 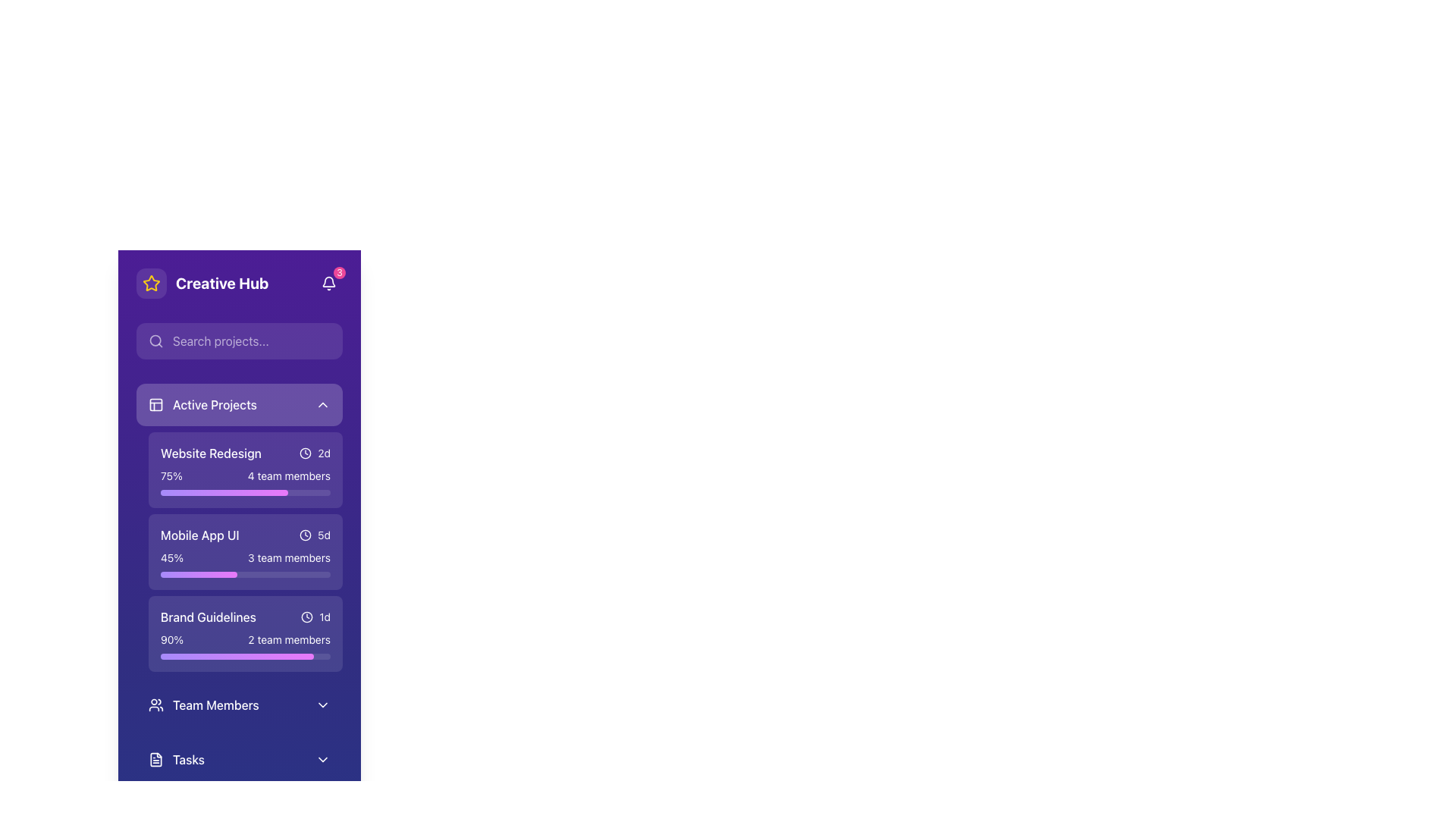 I want to click on the non-interactive label displaying information about the number of team members associated with the 'Mobile App UI' project, positioned to the right of the '45%' text within the 'Active Projects' section, so click(x=289, y=558).